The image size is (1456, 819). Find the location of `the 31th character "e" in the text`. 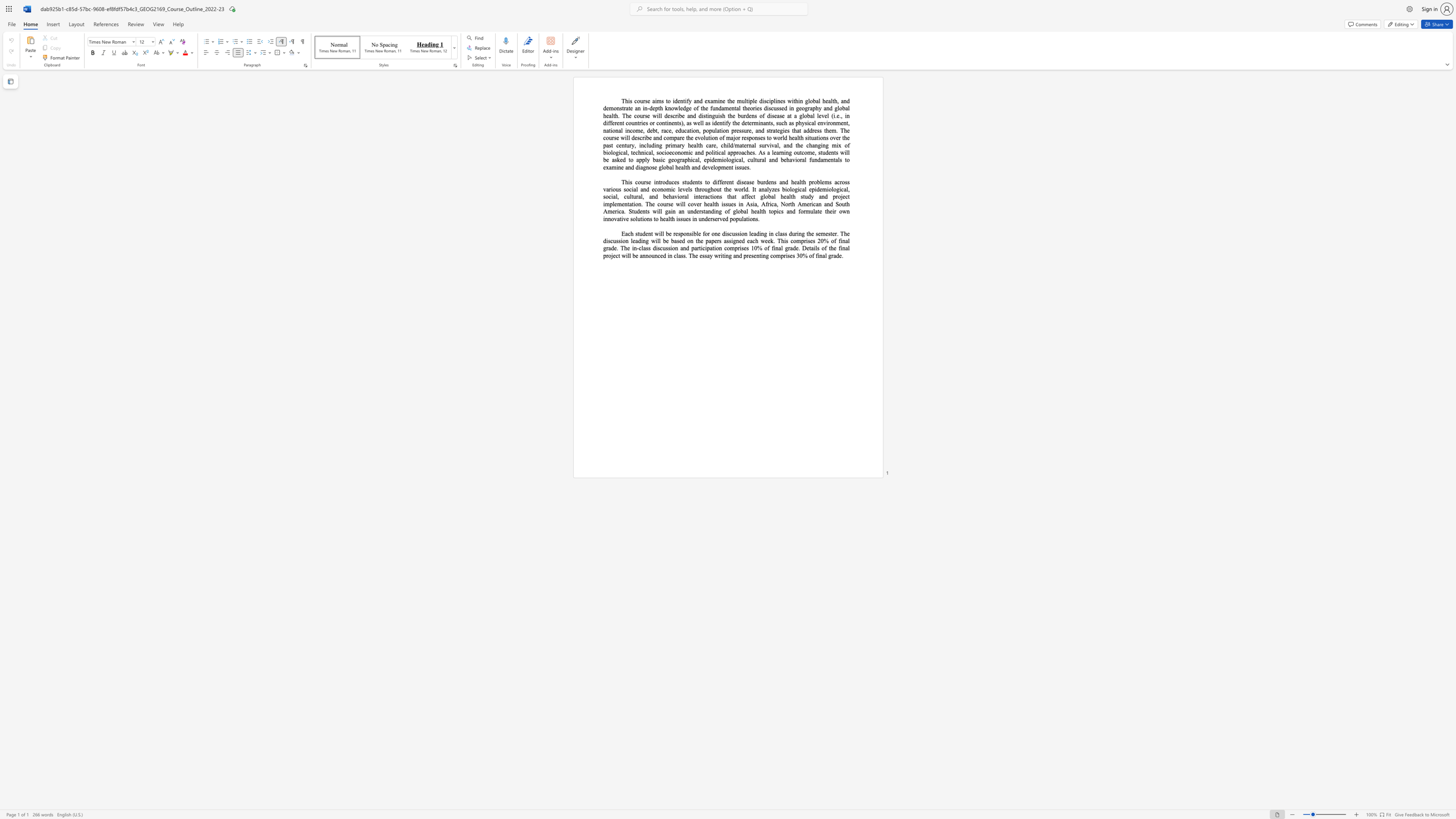

the 31th character "e" in the text is located at coordinates (692, 145).